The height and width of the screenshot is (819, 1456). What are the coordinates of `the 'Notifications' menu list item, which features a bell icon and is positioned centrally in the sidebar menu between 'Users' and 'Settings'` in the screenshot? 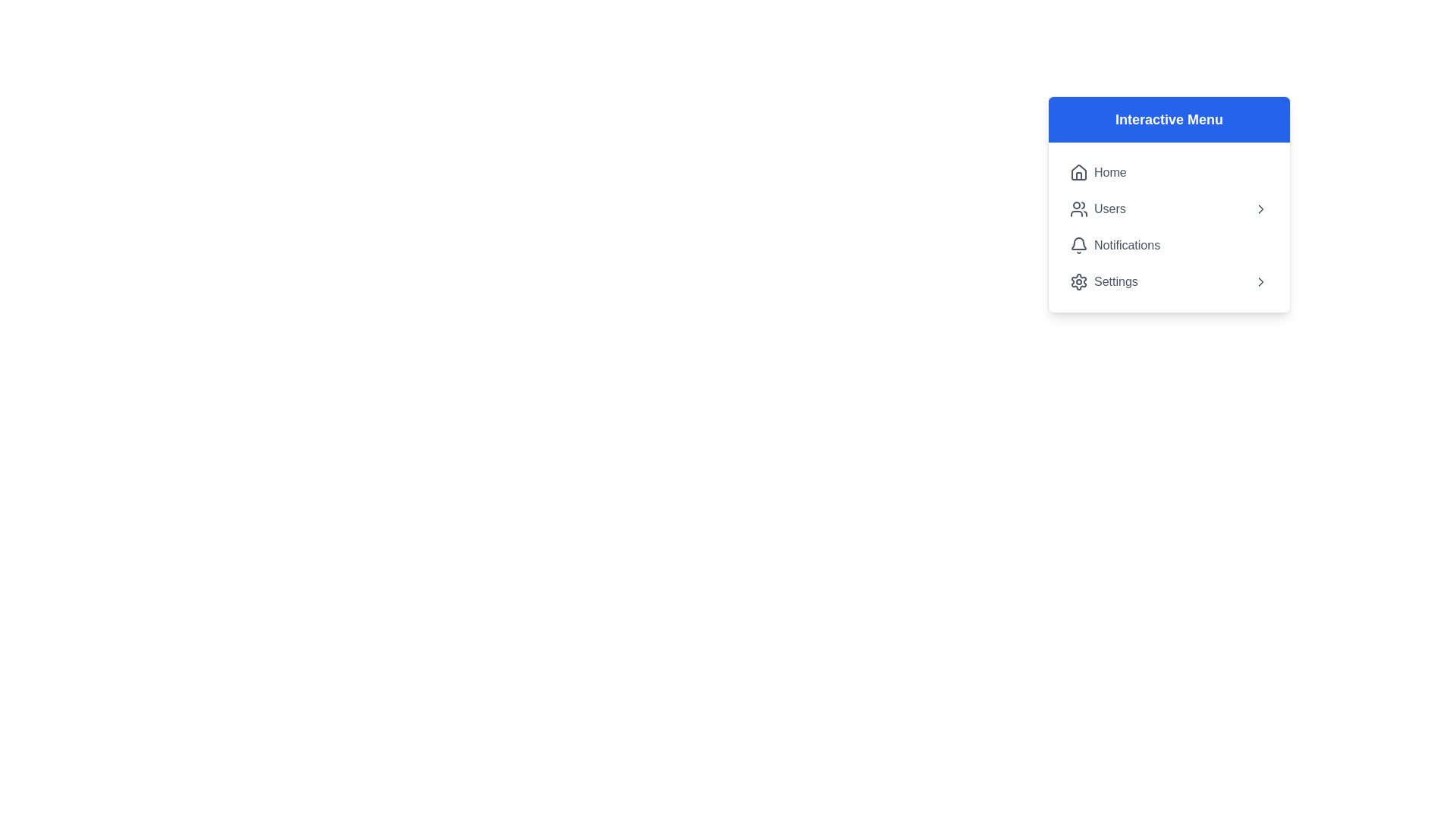 It's located at (1115, 245).